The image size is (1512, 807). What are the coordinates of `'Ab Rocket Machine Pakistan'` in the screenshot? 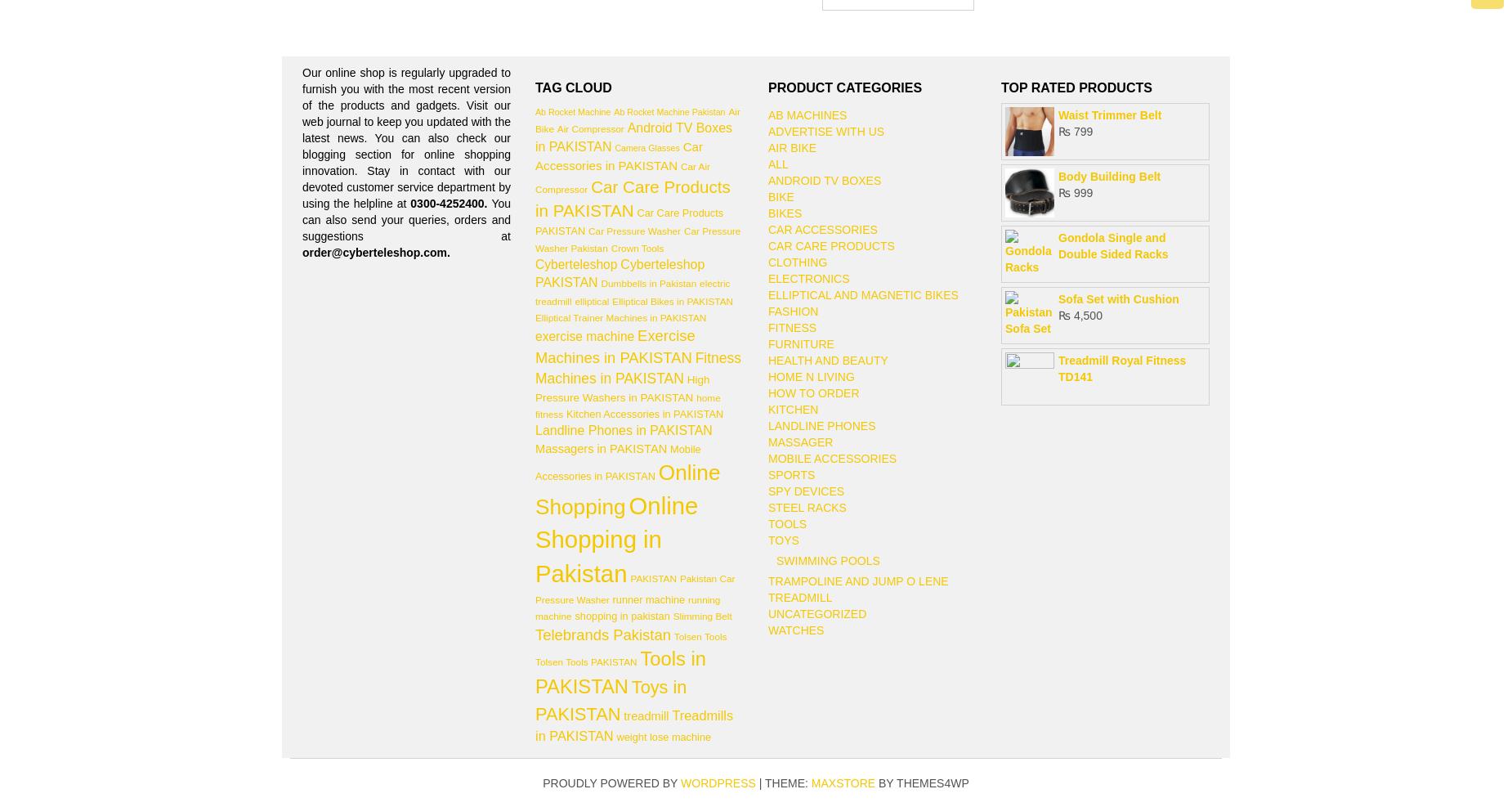 It's located at (613, 111).